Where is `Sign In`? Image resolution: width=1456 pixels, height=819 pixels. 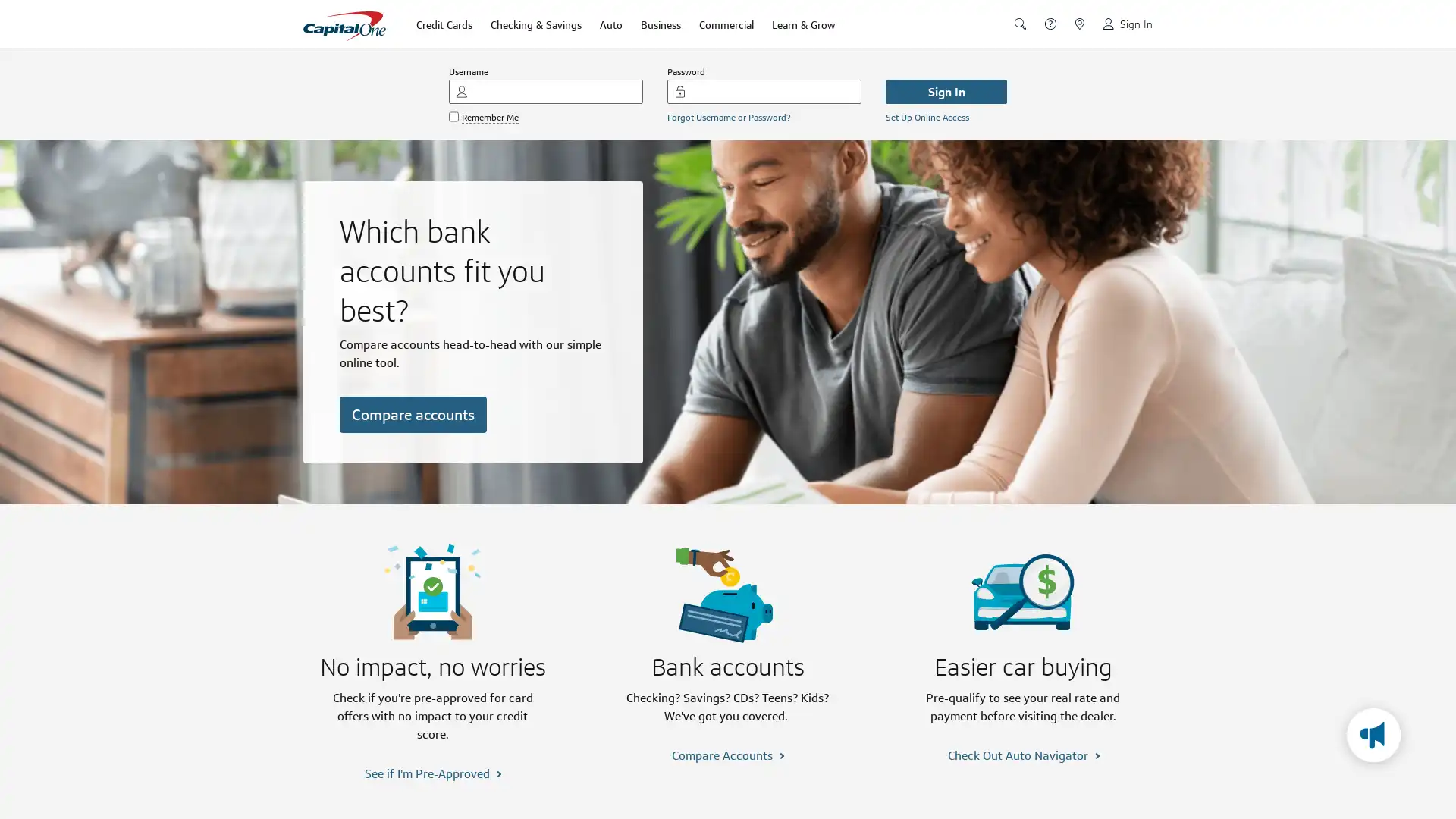 Sign In is located at coordinates (946, 91).